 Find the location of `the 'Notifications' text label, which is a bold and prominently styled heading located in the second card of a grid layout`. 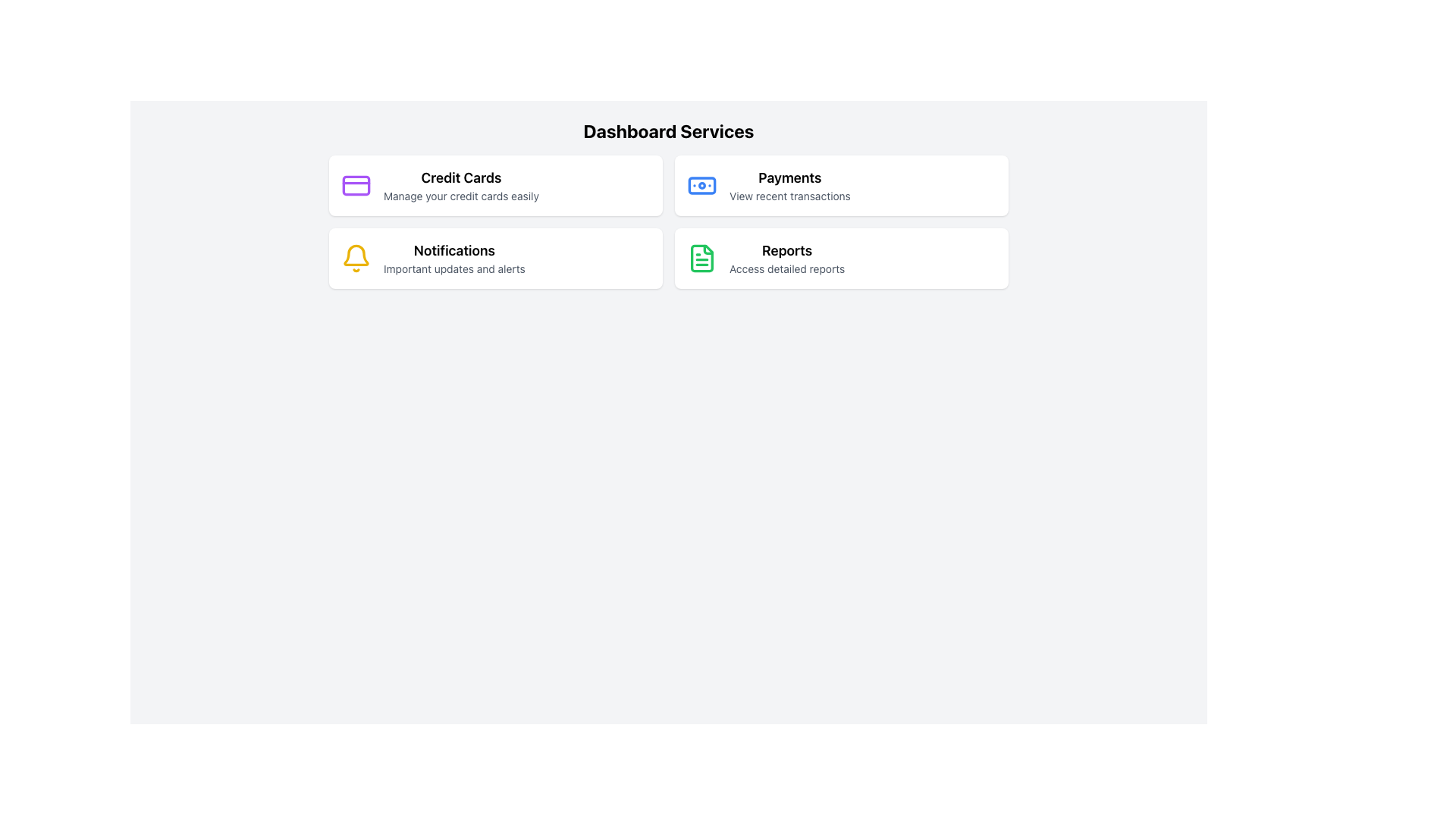

the 'Notifications' text label, which is a bold and prominently styled heading located in the second card of a grid layout is located at coordinates (453, 250).